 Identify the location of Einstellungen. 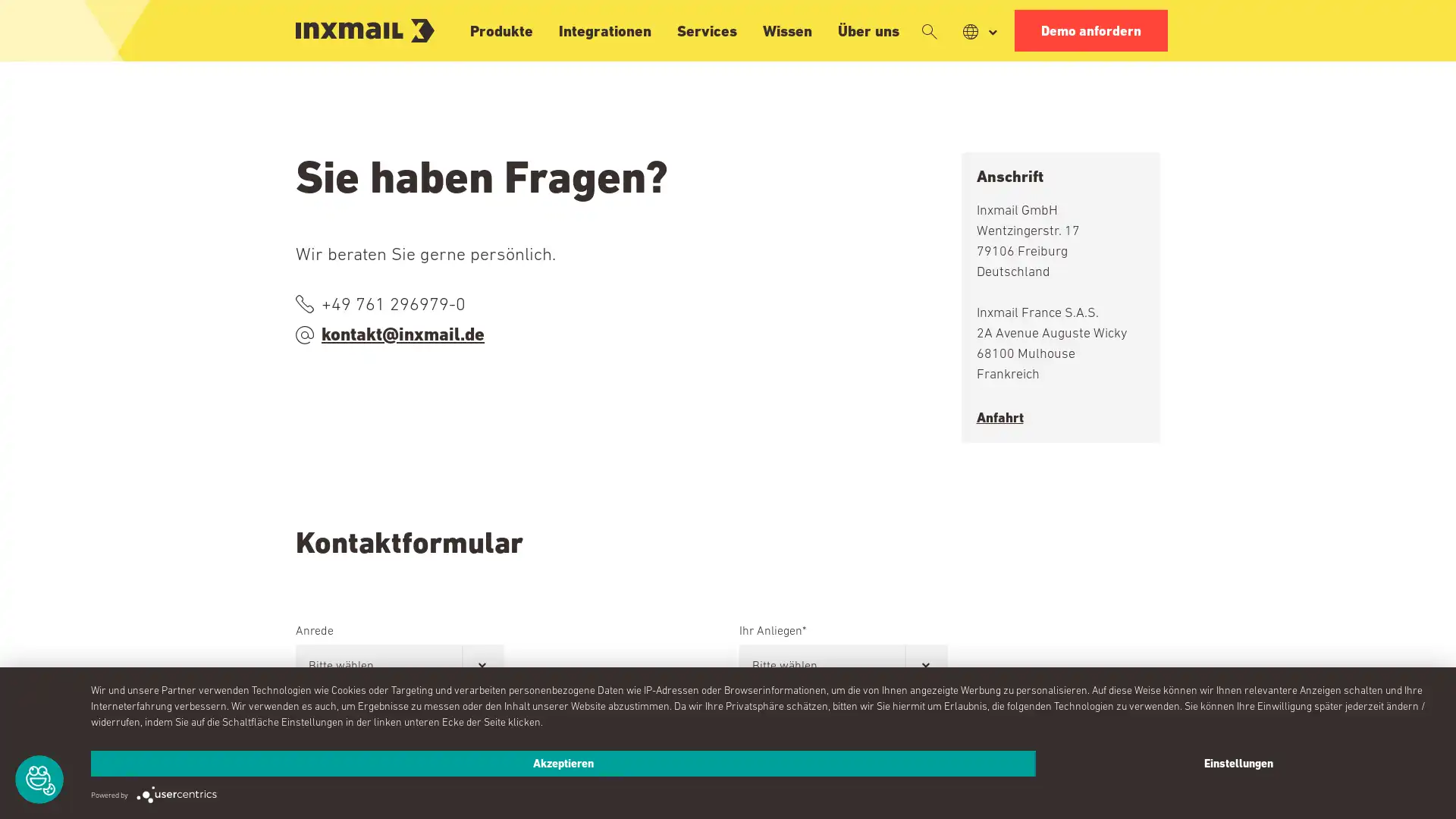
(1238, 763).